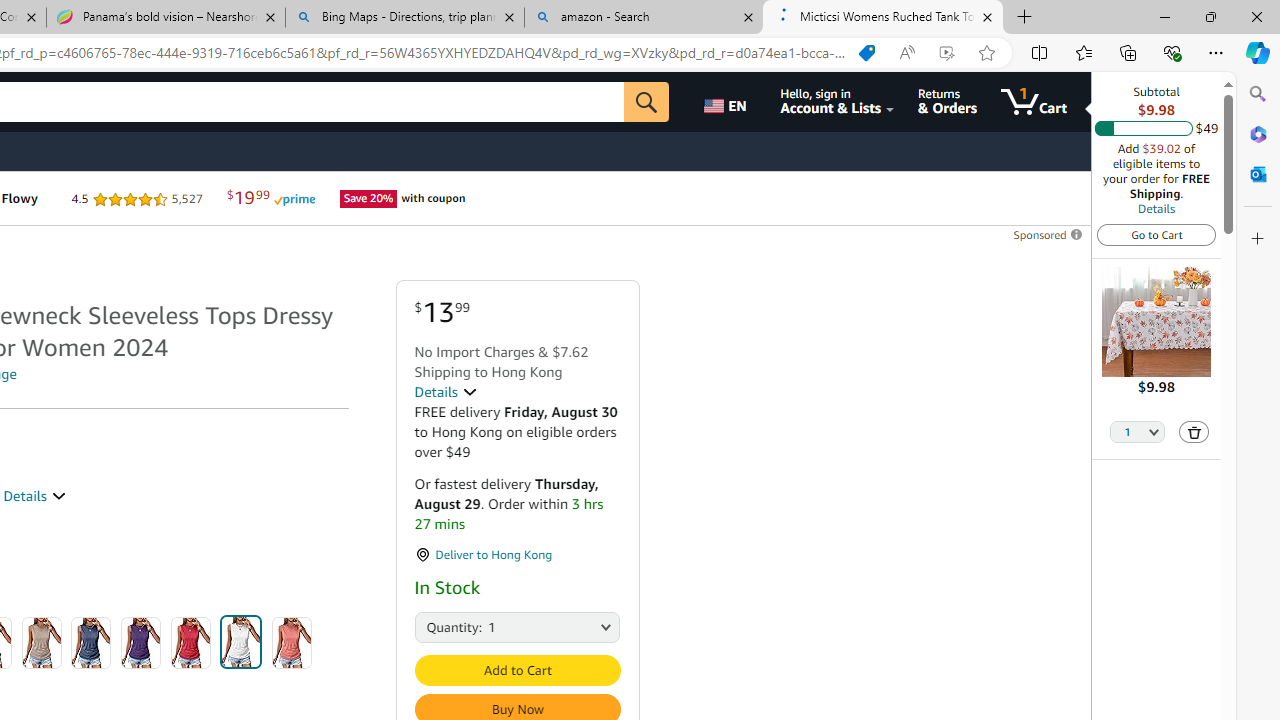 The image size is (1280, 720). Describe the element at coordinates (90, 642) in the screenshot. I see `'Navy Blue'` at that location.